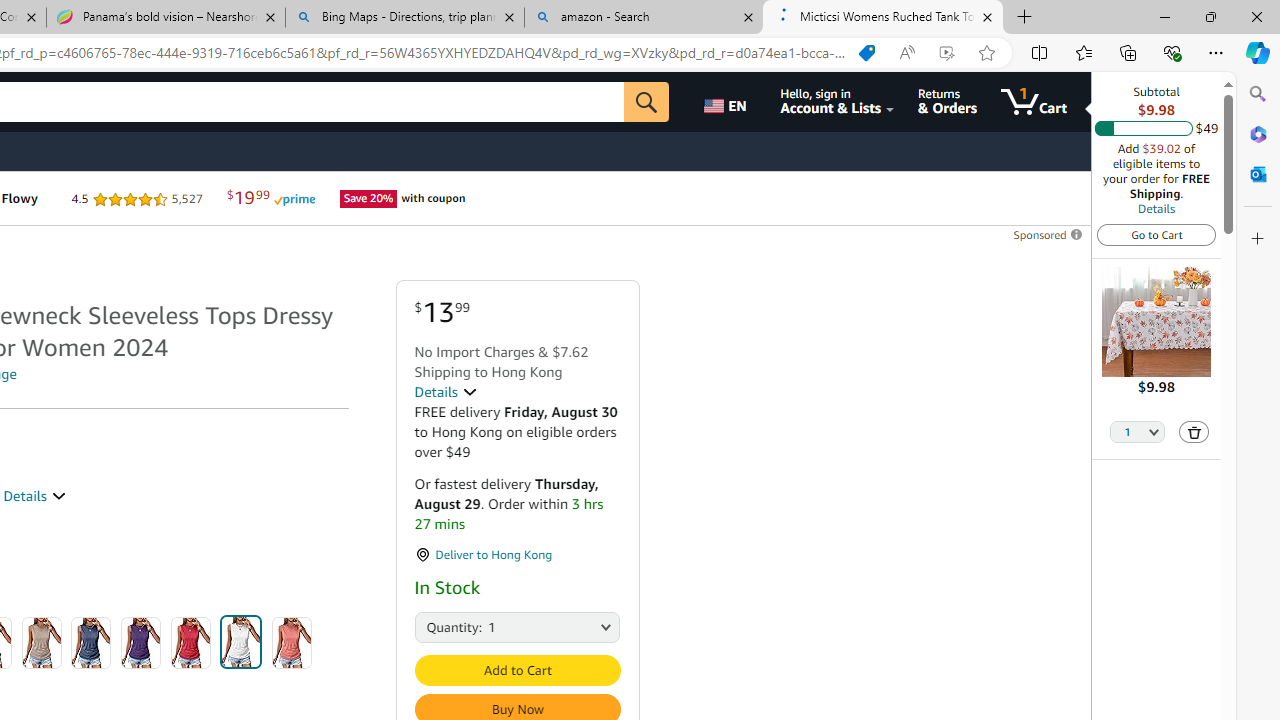 The image size is (1280, 720). Describe the element at coordinates (90, 642) in the screenshot. I see `'Navy Blue'` at that location.